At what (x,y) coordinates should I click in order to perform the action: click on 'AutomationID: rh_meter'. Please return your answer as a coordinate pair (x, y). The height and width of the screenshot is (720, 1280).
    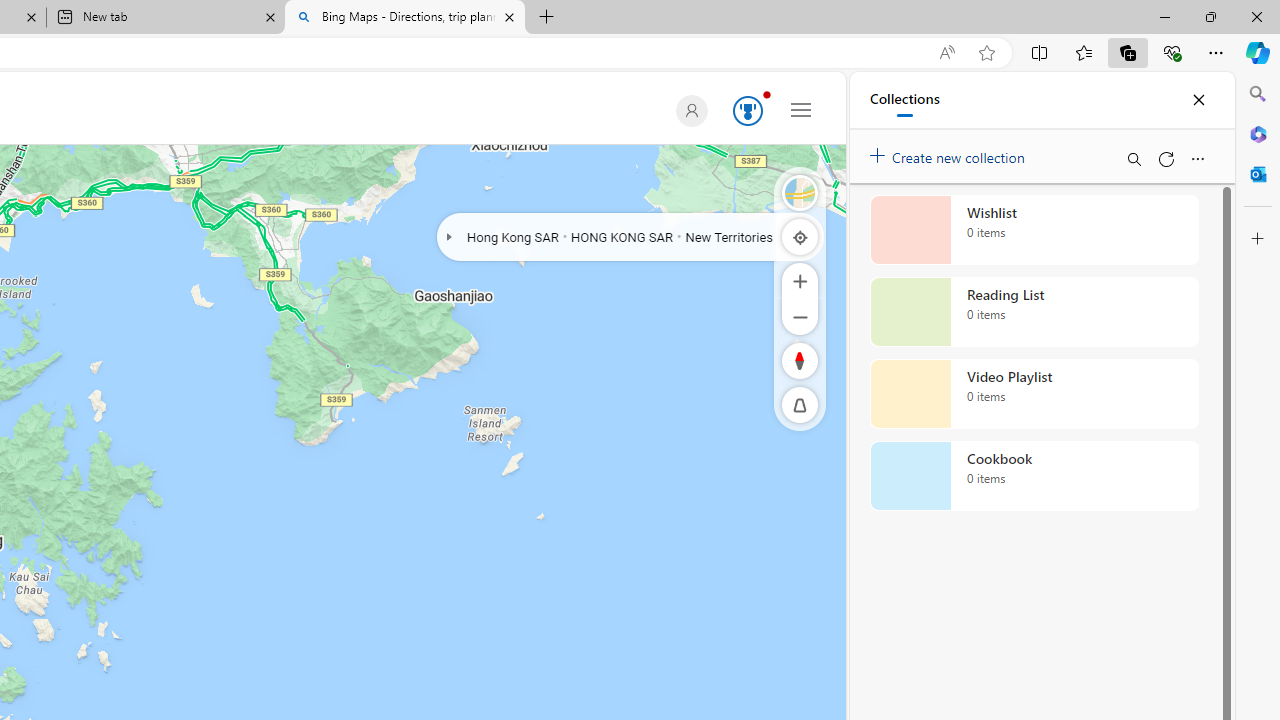
    Looking at the image, I should click on (747, 110).